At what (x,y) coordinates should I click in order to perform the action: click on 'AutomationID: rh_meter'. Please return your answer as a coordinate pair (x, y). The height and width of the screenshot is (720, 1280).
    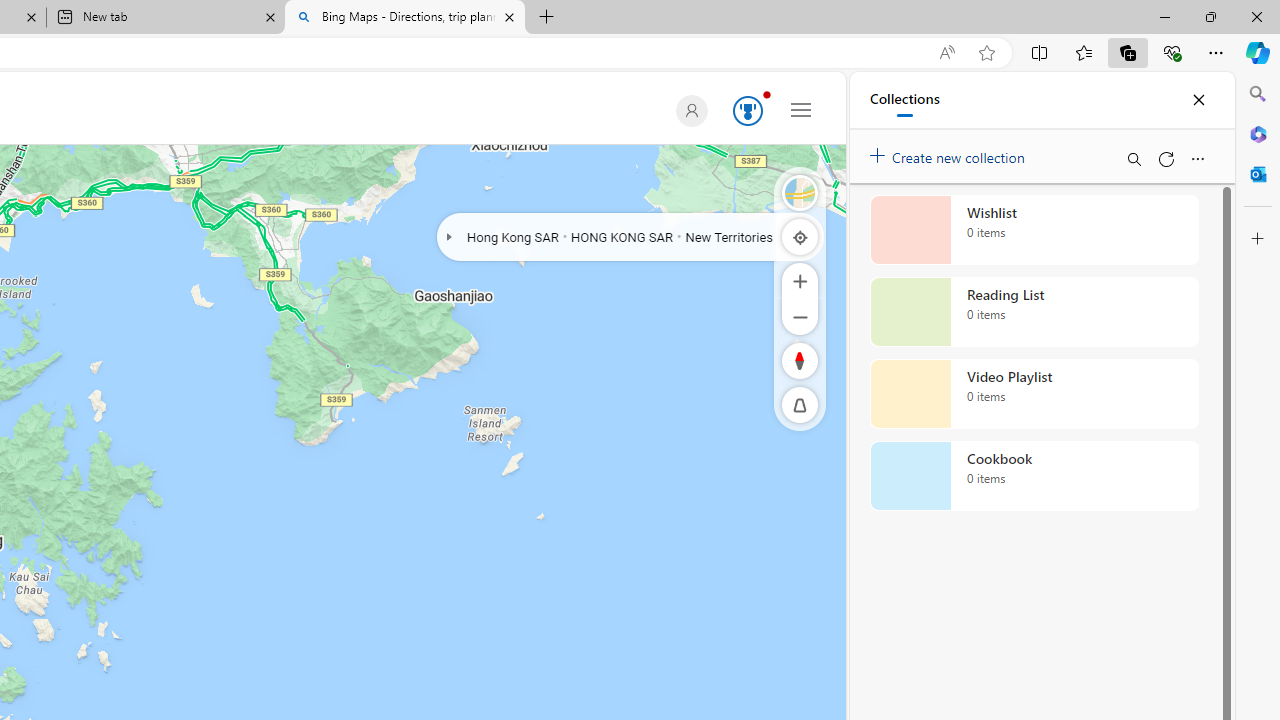
    Looking at the image, I should click on (747, 110).